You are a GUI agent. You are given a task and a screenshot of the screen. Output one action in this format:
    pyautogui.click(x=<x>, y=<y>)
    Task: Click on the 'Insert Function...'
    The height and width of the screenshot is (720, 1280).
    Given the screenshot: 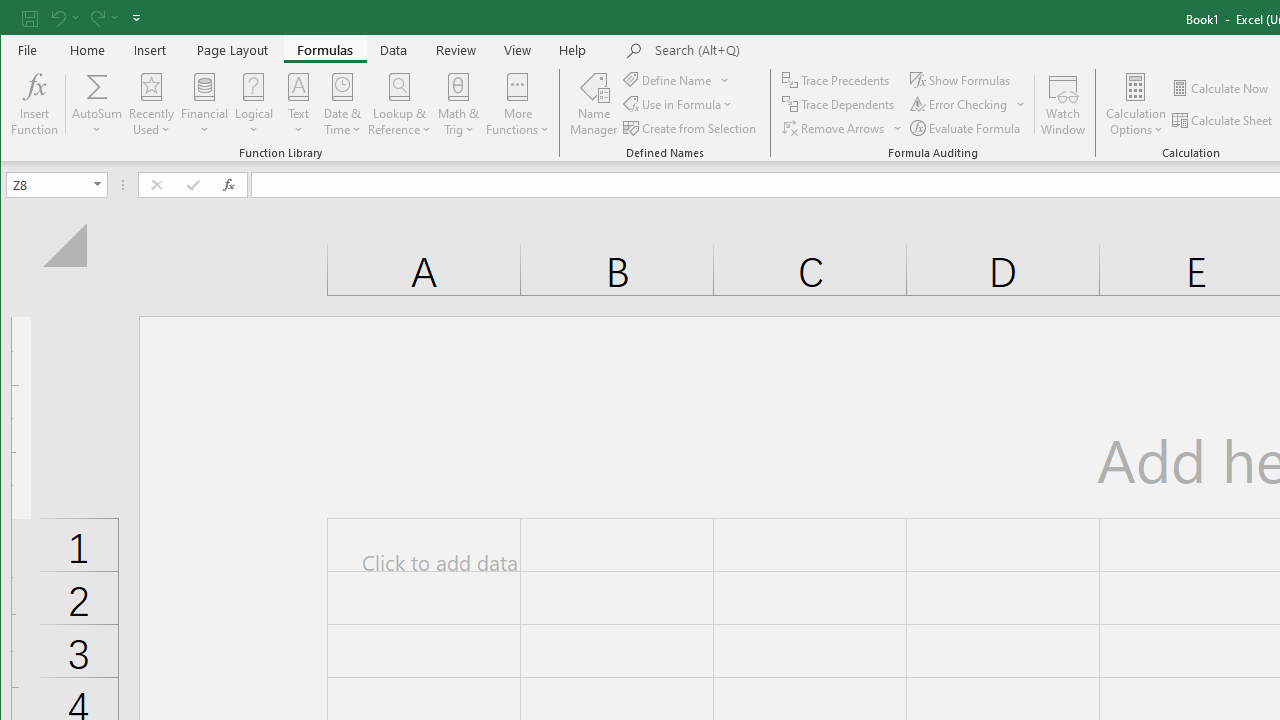 What is the action you would take?
    pyautogui.click(x=35, y=104)
    